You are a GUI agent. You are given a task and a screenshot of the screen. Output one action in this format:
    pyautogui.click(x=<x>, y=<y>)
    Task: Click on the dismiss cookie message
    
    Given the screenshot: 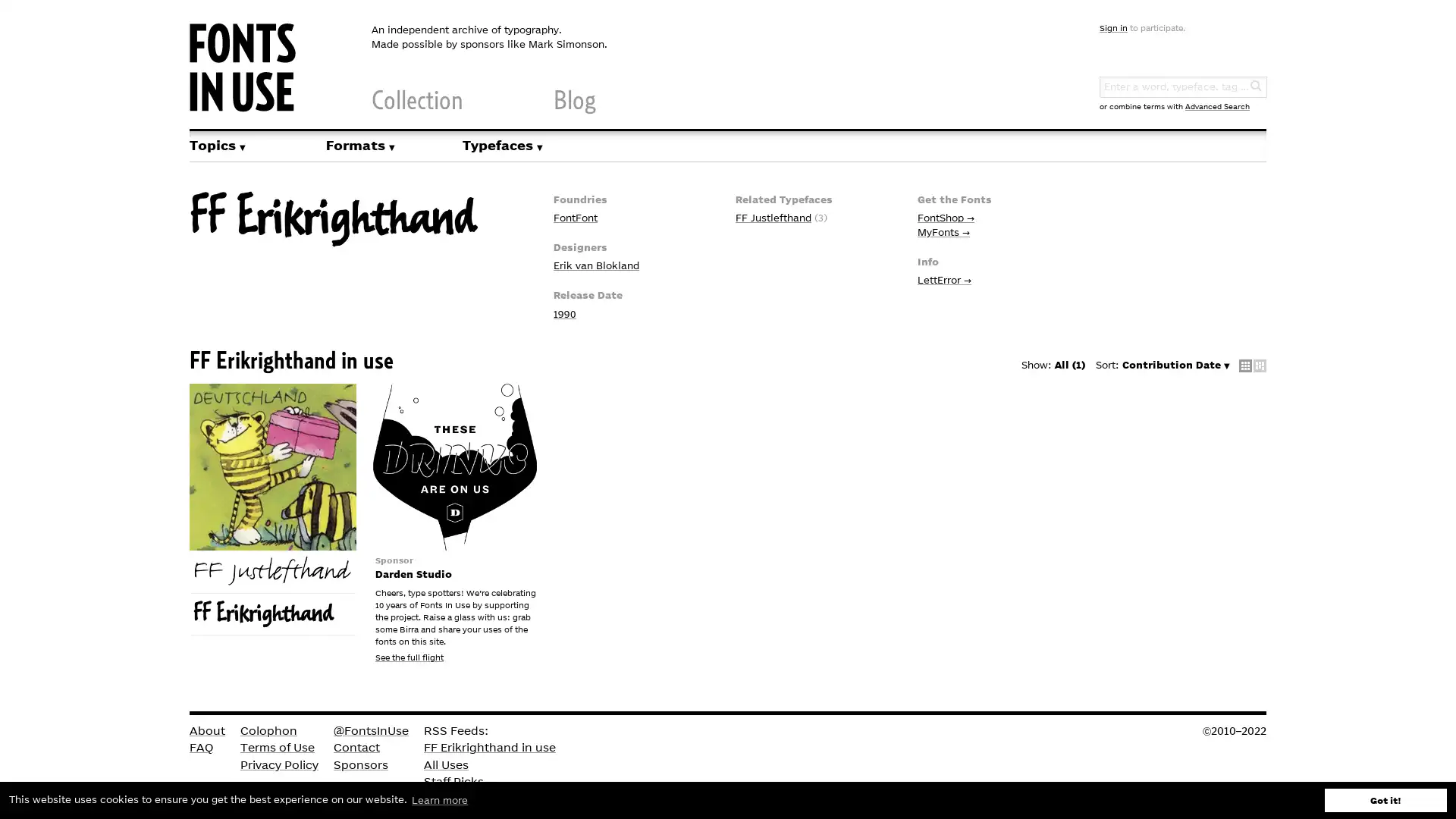 What is the action you would take?
    pyautogui.click(x=1385, y=799)
    